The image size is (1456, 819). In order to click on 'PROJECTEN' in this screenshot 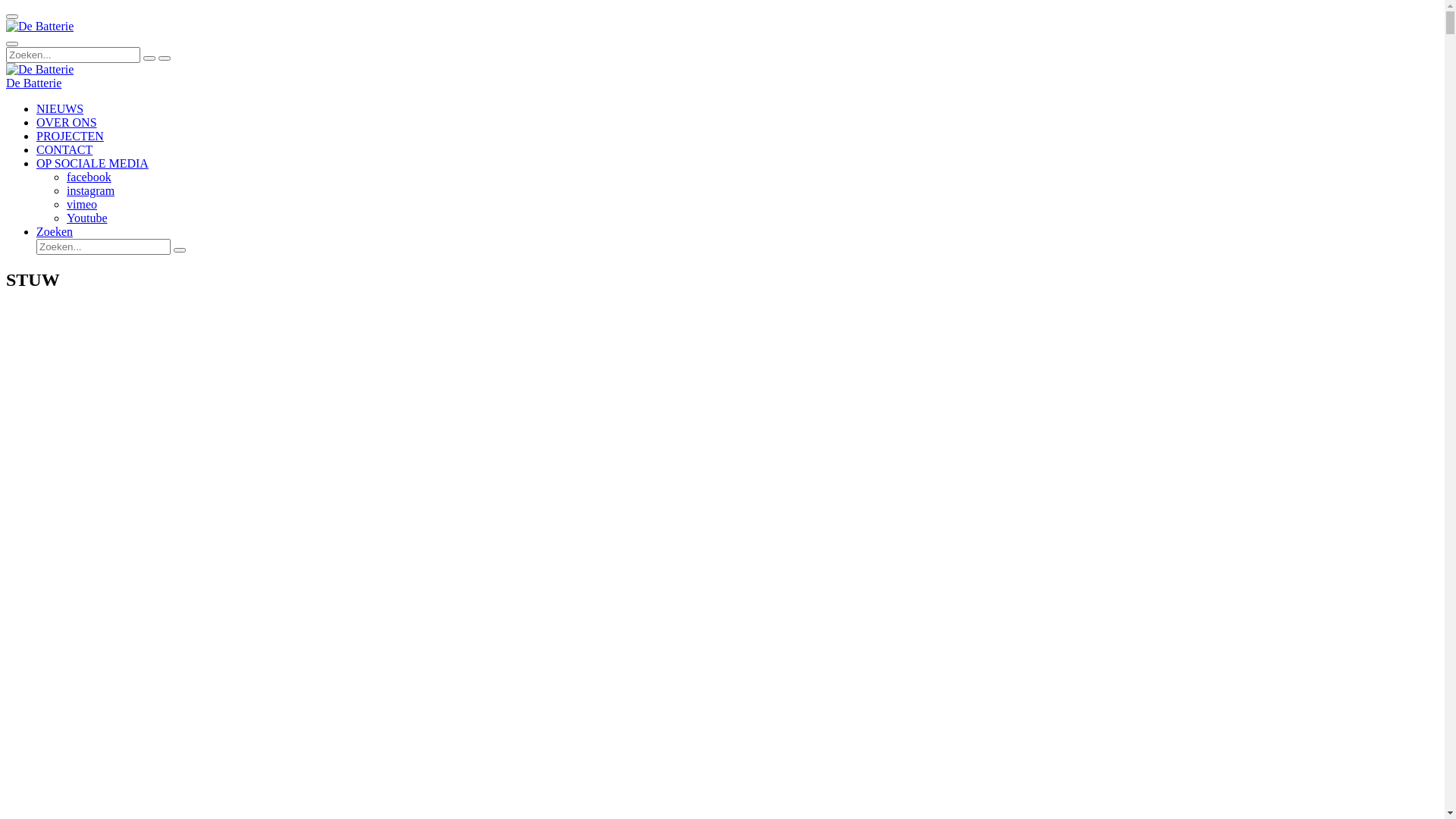, I will do `click(36, 135)`.